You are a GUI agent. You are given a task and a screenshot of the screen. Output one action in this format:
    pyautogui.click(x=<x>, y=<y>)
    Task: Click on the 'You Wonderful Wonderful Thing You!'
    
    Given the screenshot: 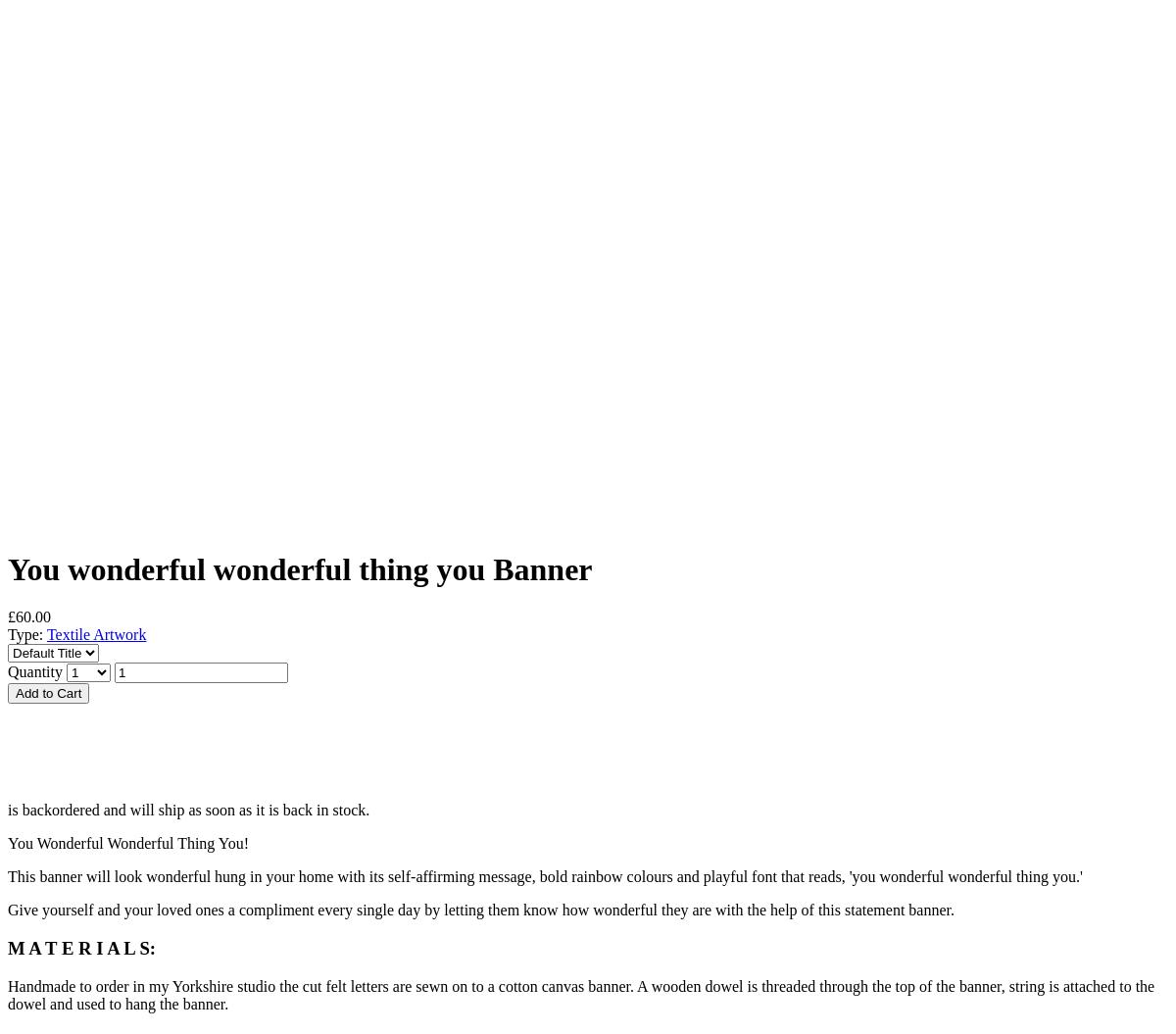 What is the action you would take?
    pyautogui.click(x=128, y=843)
    